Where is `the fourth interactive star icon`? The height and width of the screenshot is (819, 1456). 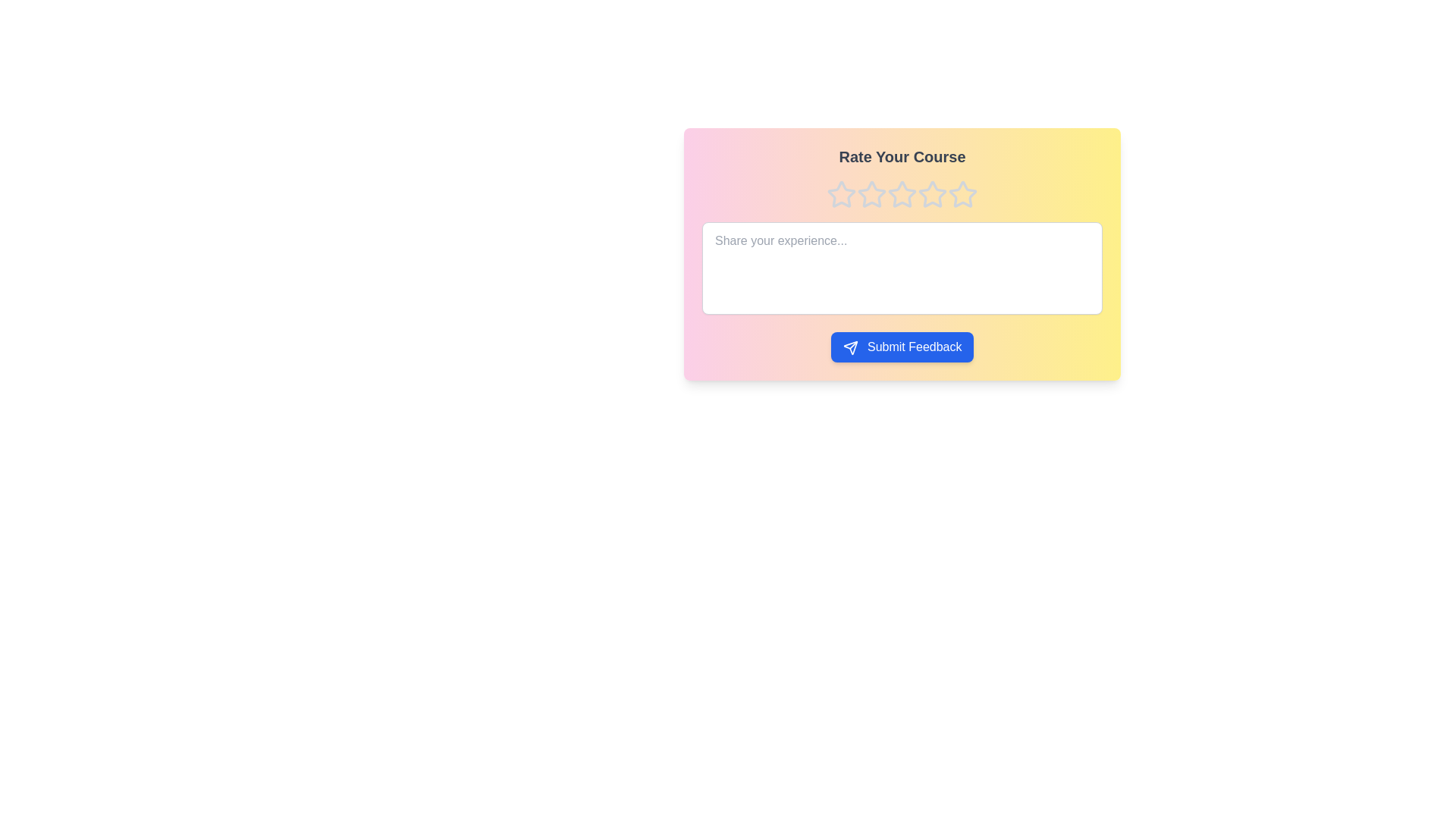
the fourth interactive star icon is located at coordinates (962, 194).